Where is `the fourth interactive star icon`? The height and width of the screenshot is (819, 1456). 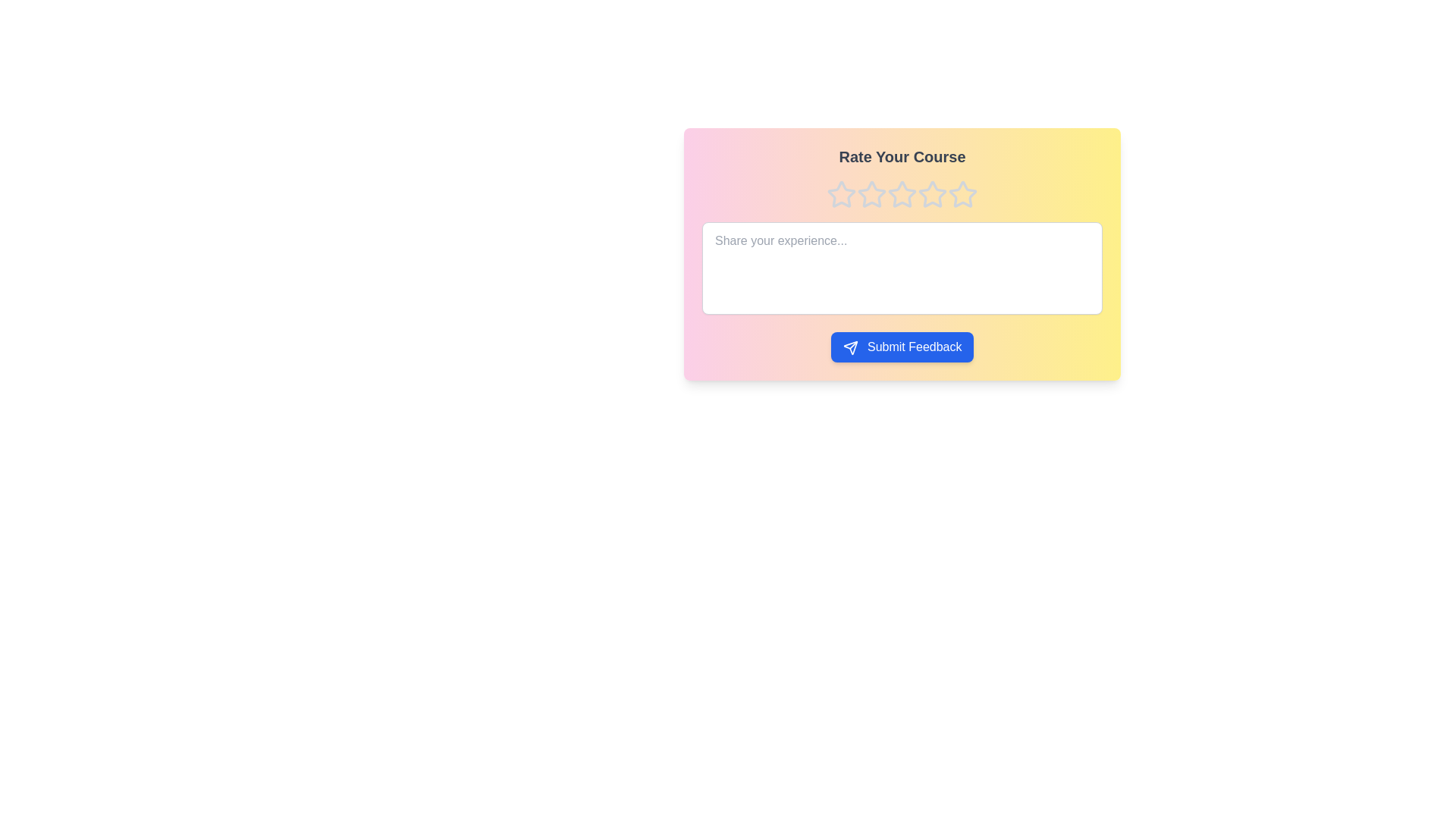
the fourth interactive star icon is located at coordinates (962, 194).